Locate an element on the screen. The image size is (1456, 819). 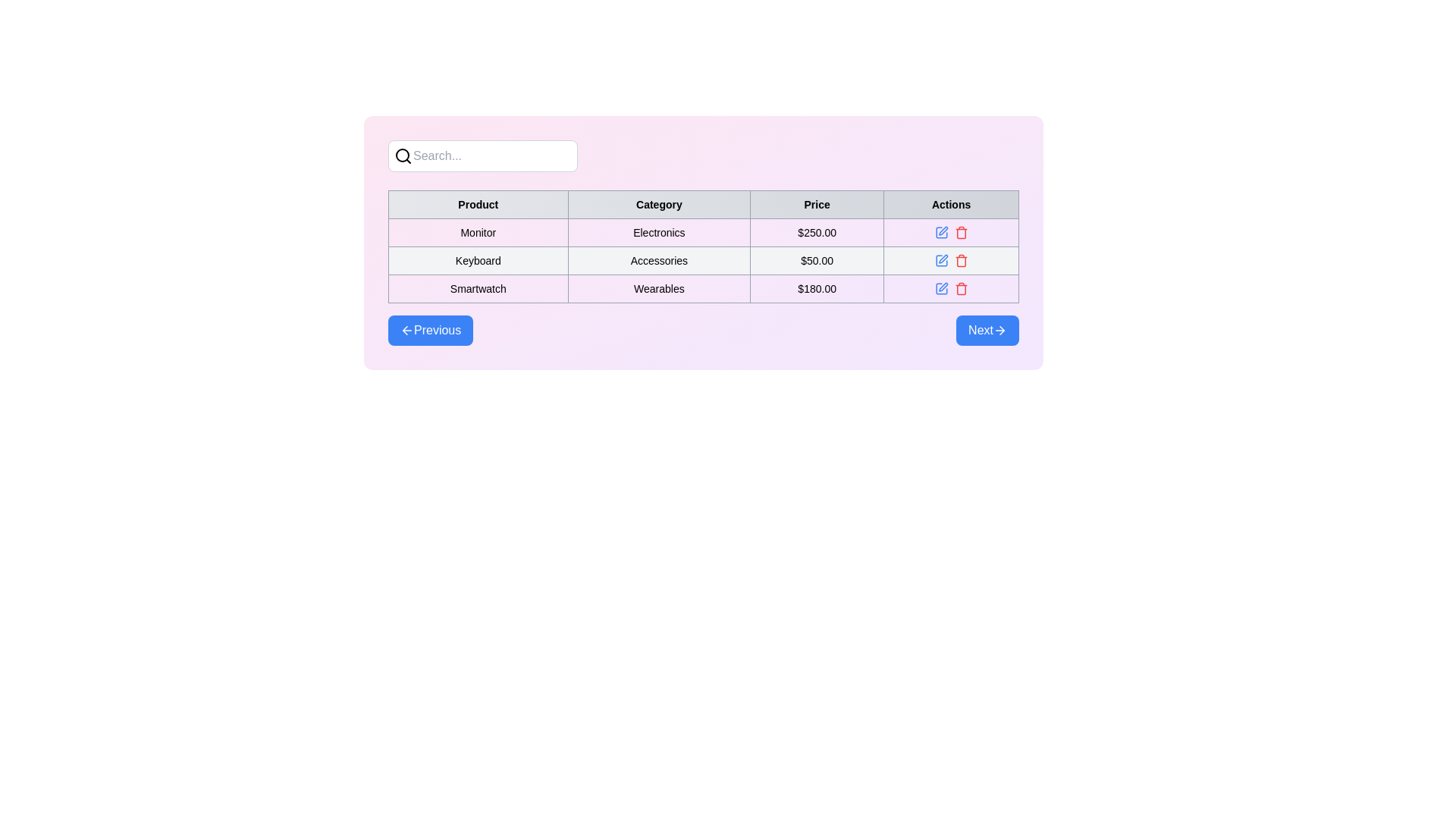
the edit button in the Actions column of the table corresponding to the 'Keyboard' item to begin editing is located at coordinates (940, 259).